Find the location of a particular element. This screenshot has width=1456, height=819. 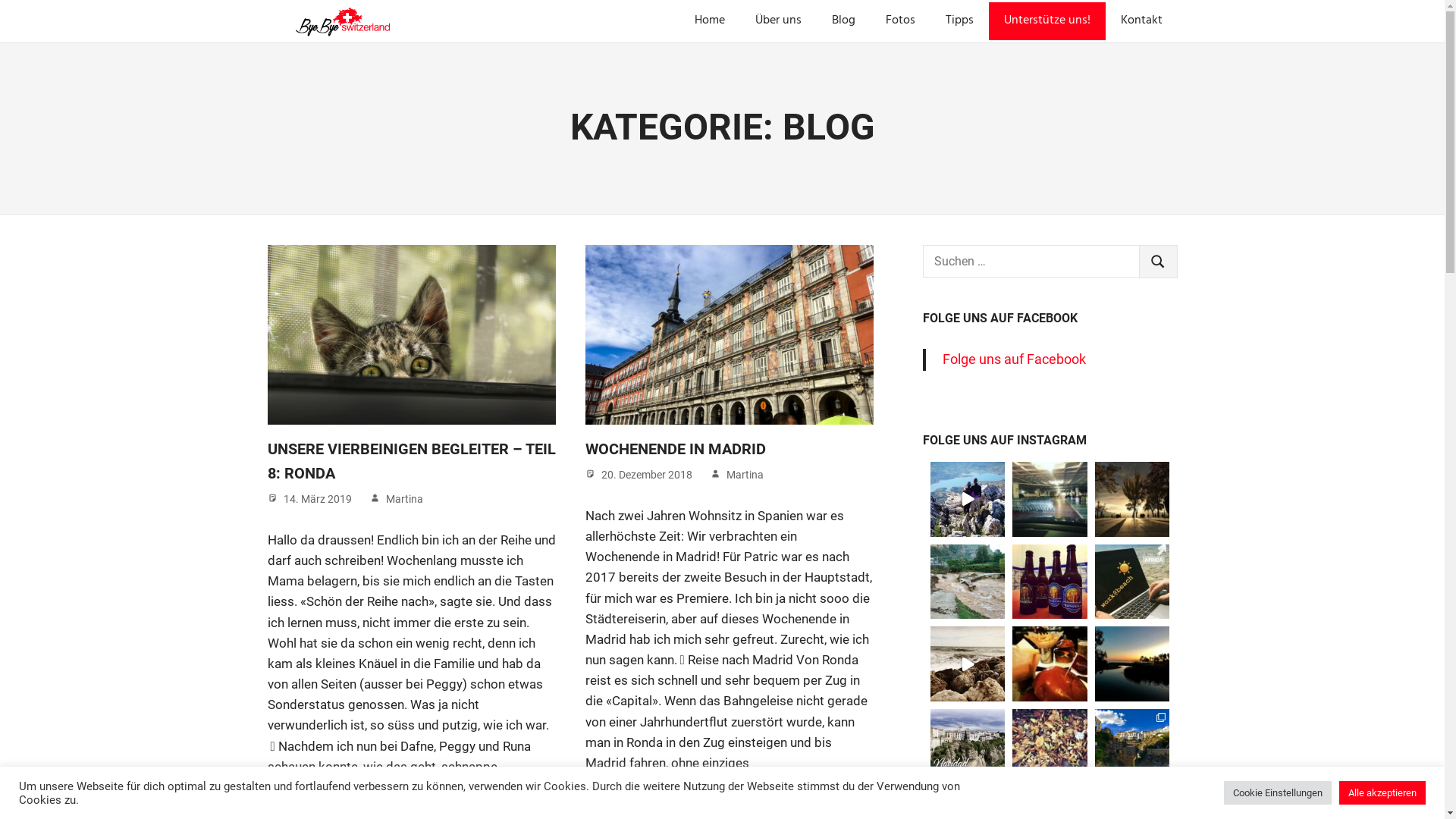

'Martina' is located at coordinates (403, 499).